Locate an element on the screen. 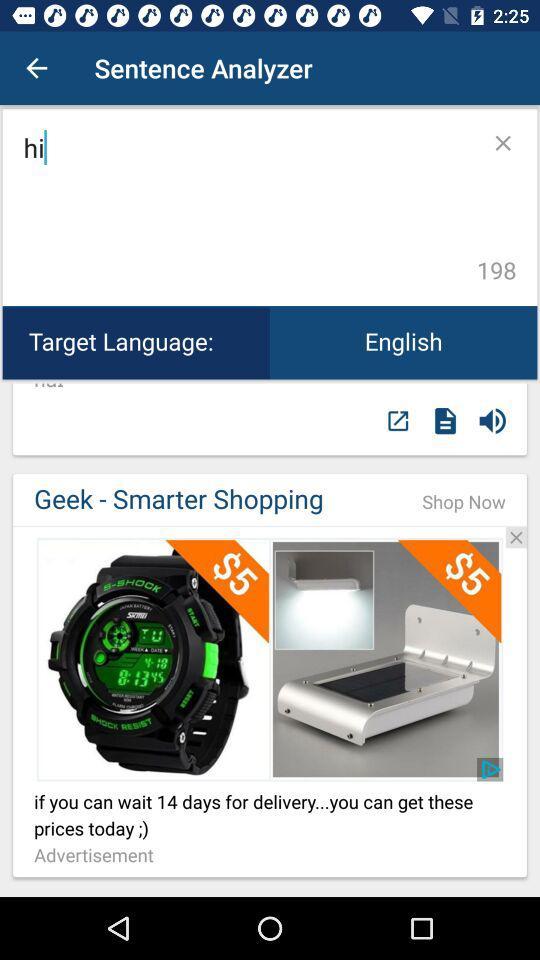 The image size is (540, 960). icon below if you can item is located at coordinates (98, 854).